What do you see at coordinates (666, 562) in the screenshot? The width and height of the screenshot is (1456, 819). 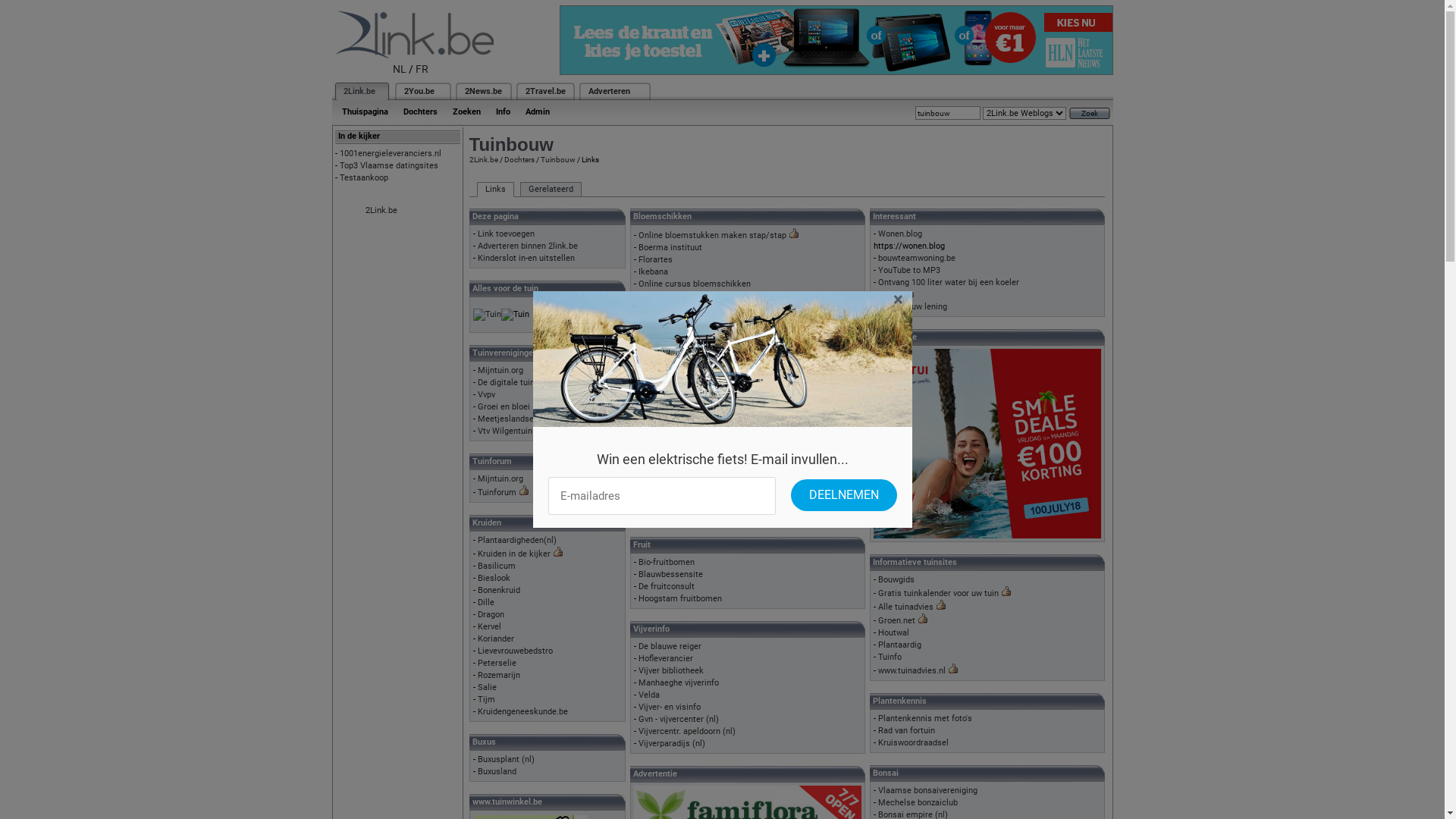 I see `'Bio-fruitbomen'` at bounding box center [666, 562].